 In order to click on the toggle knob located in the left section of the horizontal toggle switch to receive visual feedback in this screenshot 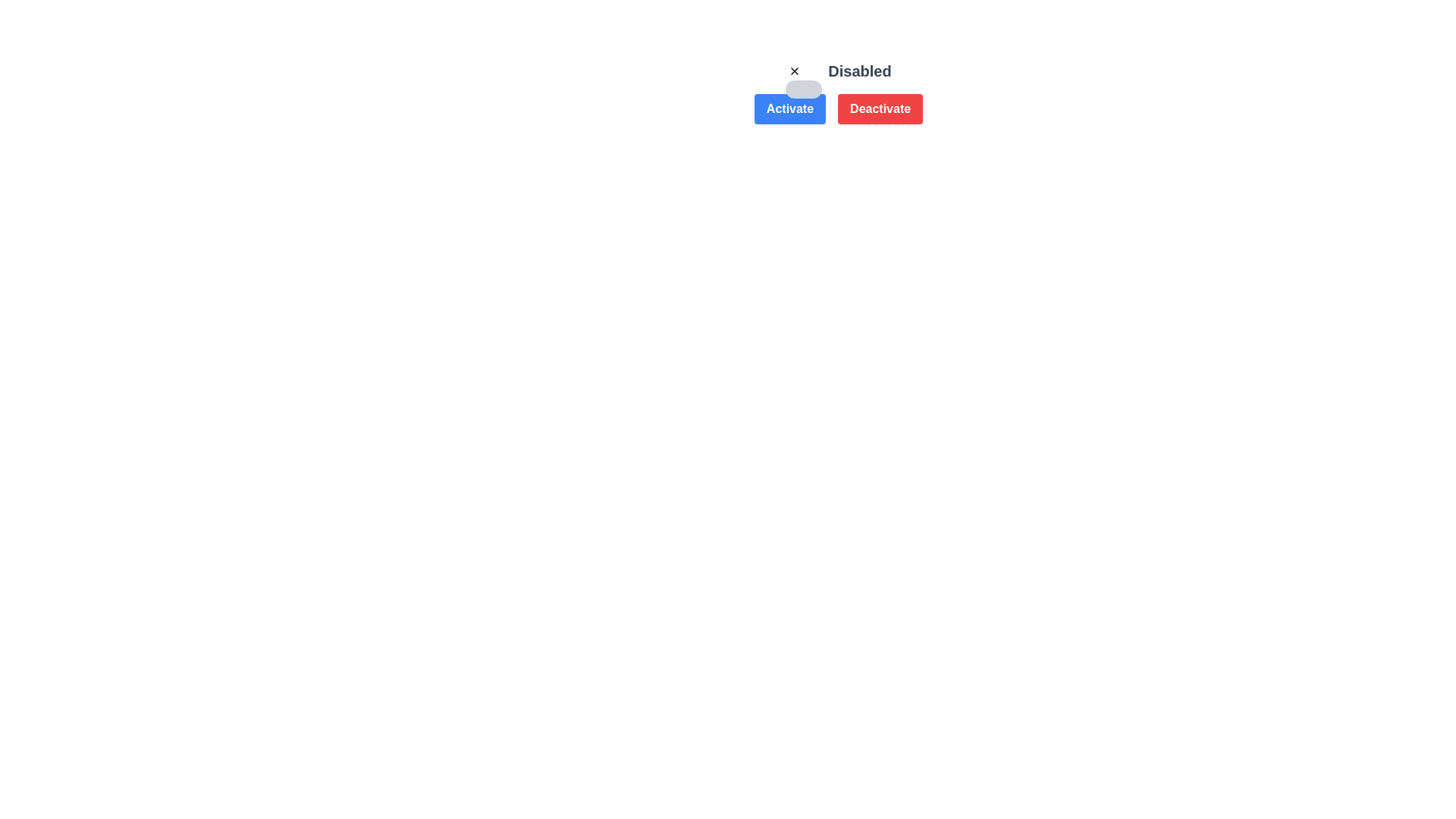, I will do `click(794, 71)`.